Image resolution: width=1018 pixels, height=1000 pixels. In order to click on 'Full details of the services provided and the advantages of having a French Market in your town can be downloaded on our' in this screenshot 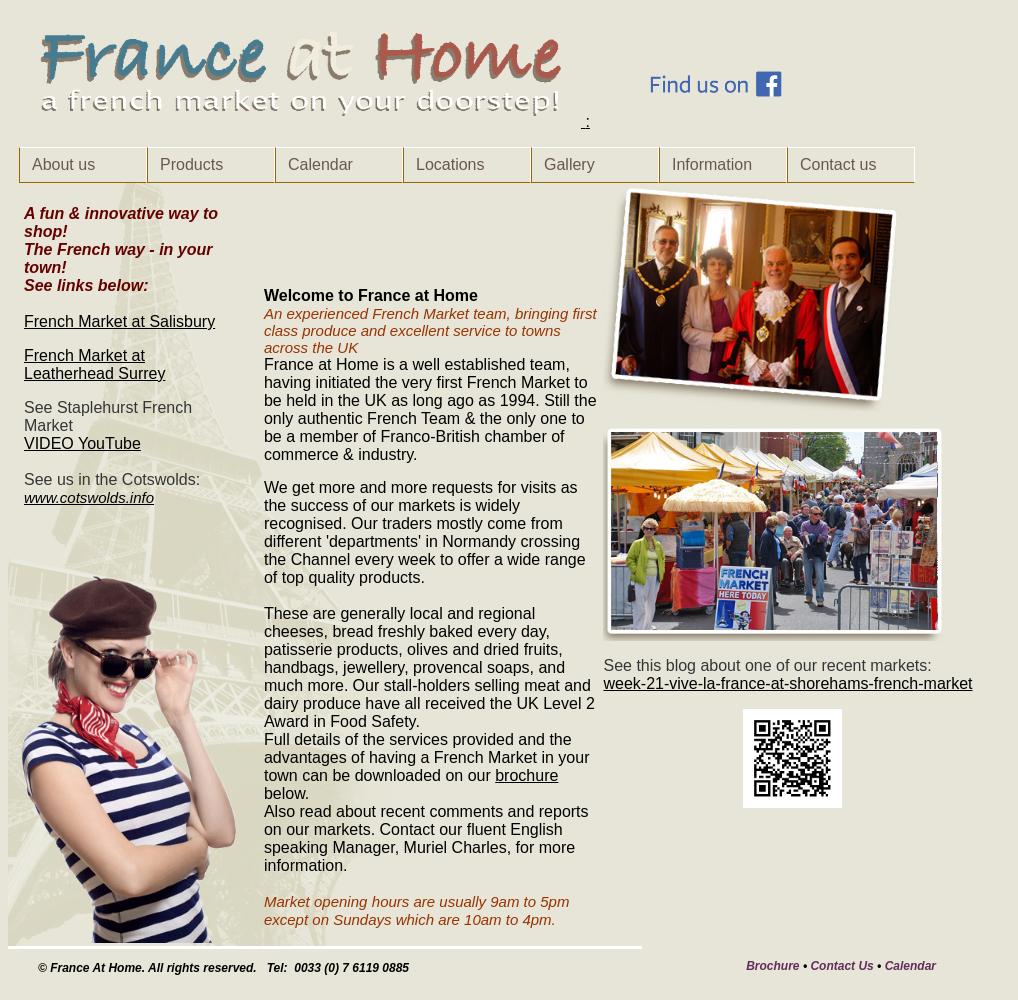, I will do `click(425, 757)`.